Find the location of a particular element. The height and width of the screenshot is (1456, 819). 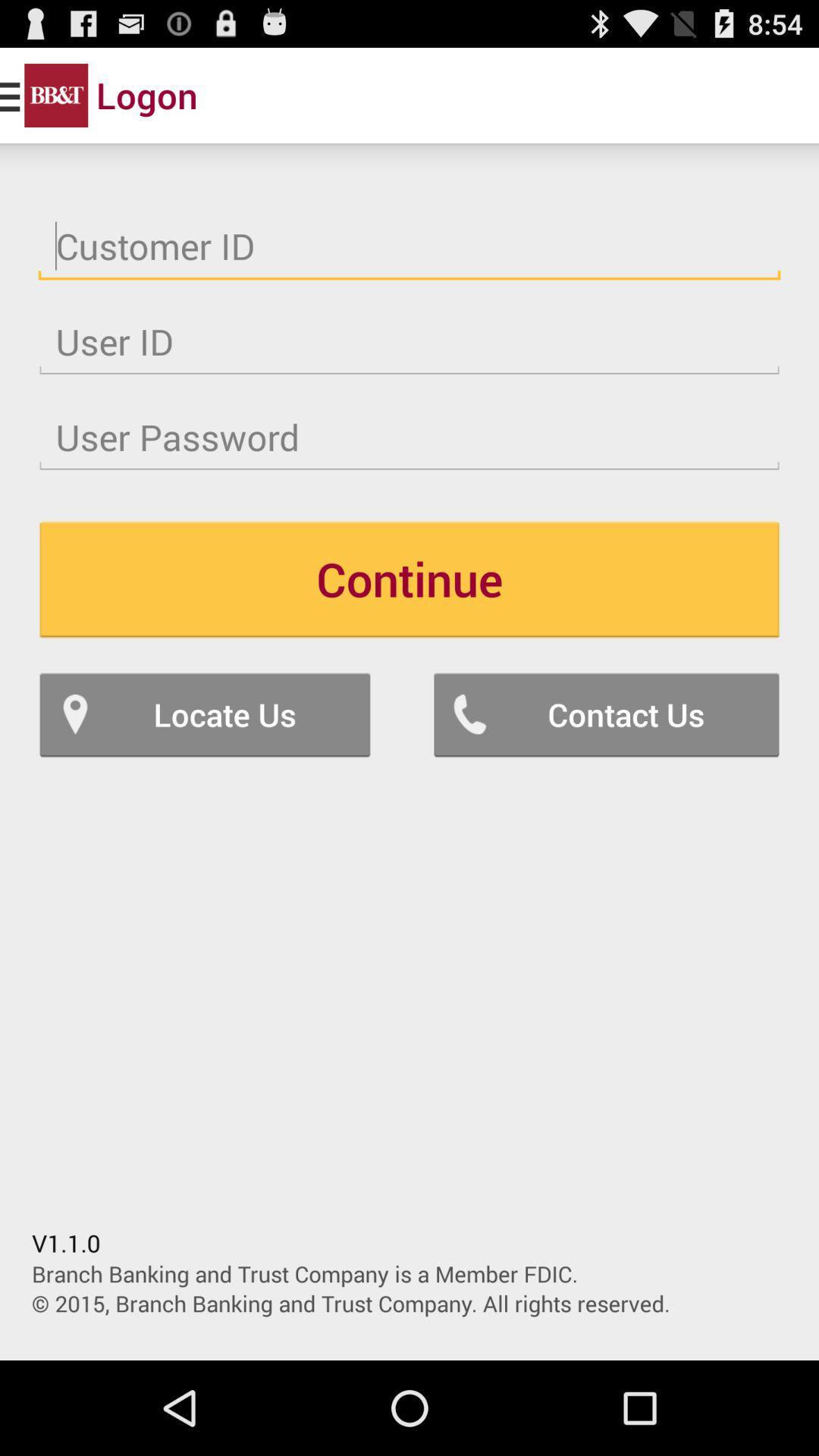

icon to the right of locate us is located at coordinates (605, 714).